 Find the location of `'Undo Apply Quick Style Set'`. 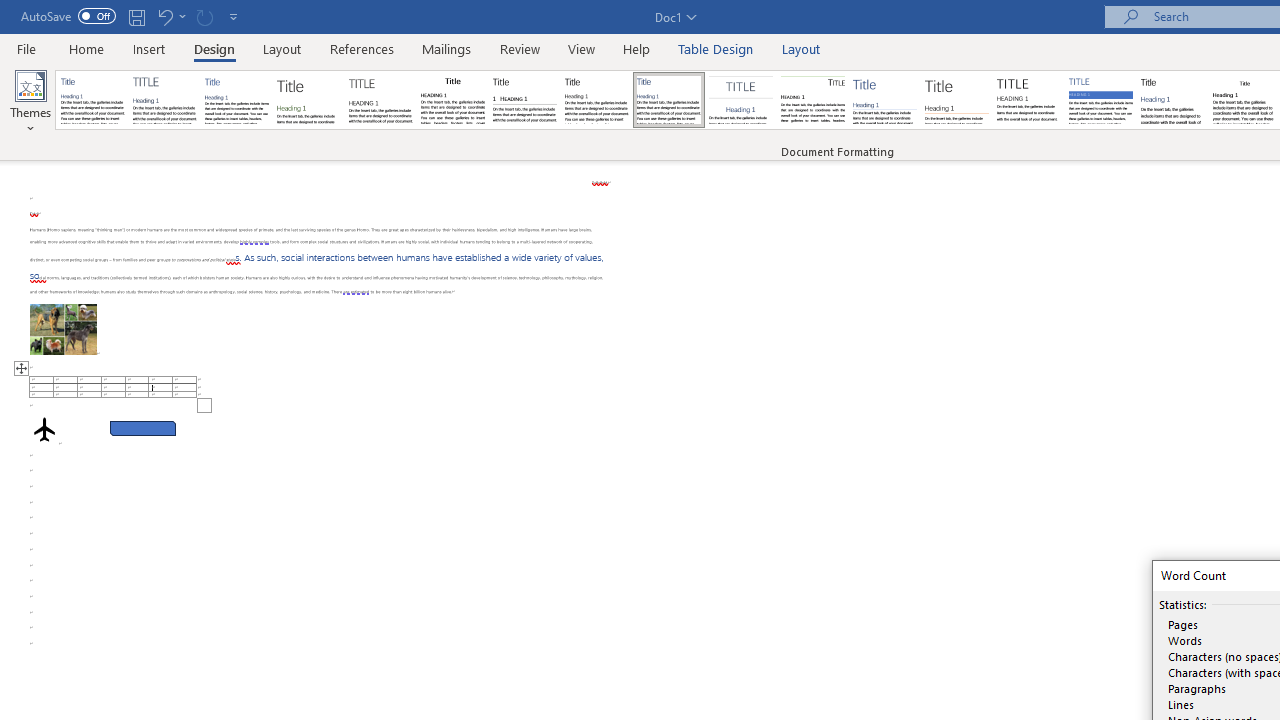

'Undo Apply Quick Style Set' is located at coordinates (164, 16).